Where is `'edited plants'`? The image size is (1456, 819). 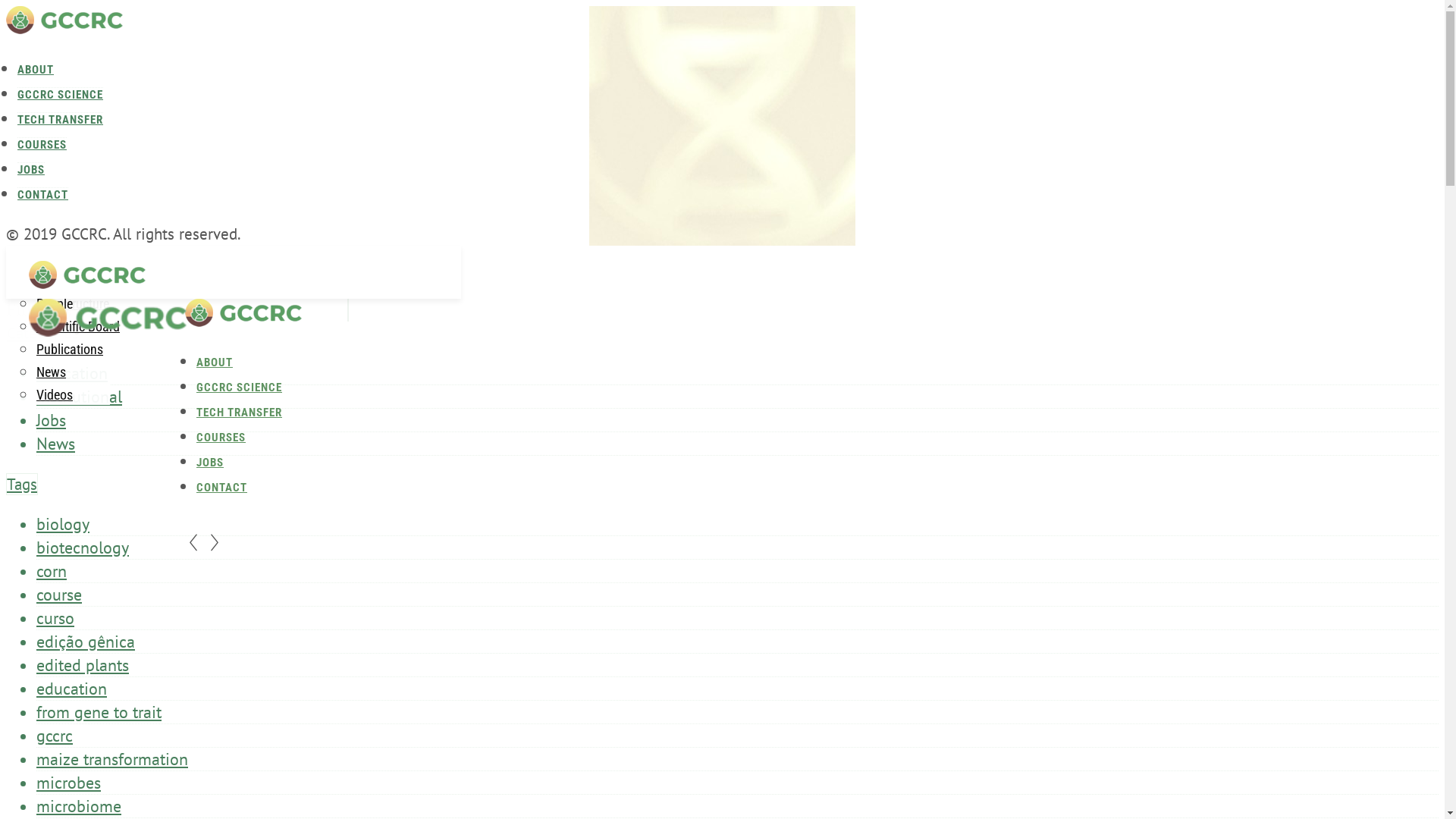
'edited plants' is located at coordinates (82, 664).